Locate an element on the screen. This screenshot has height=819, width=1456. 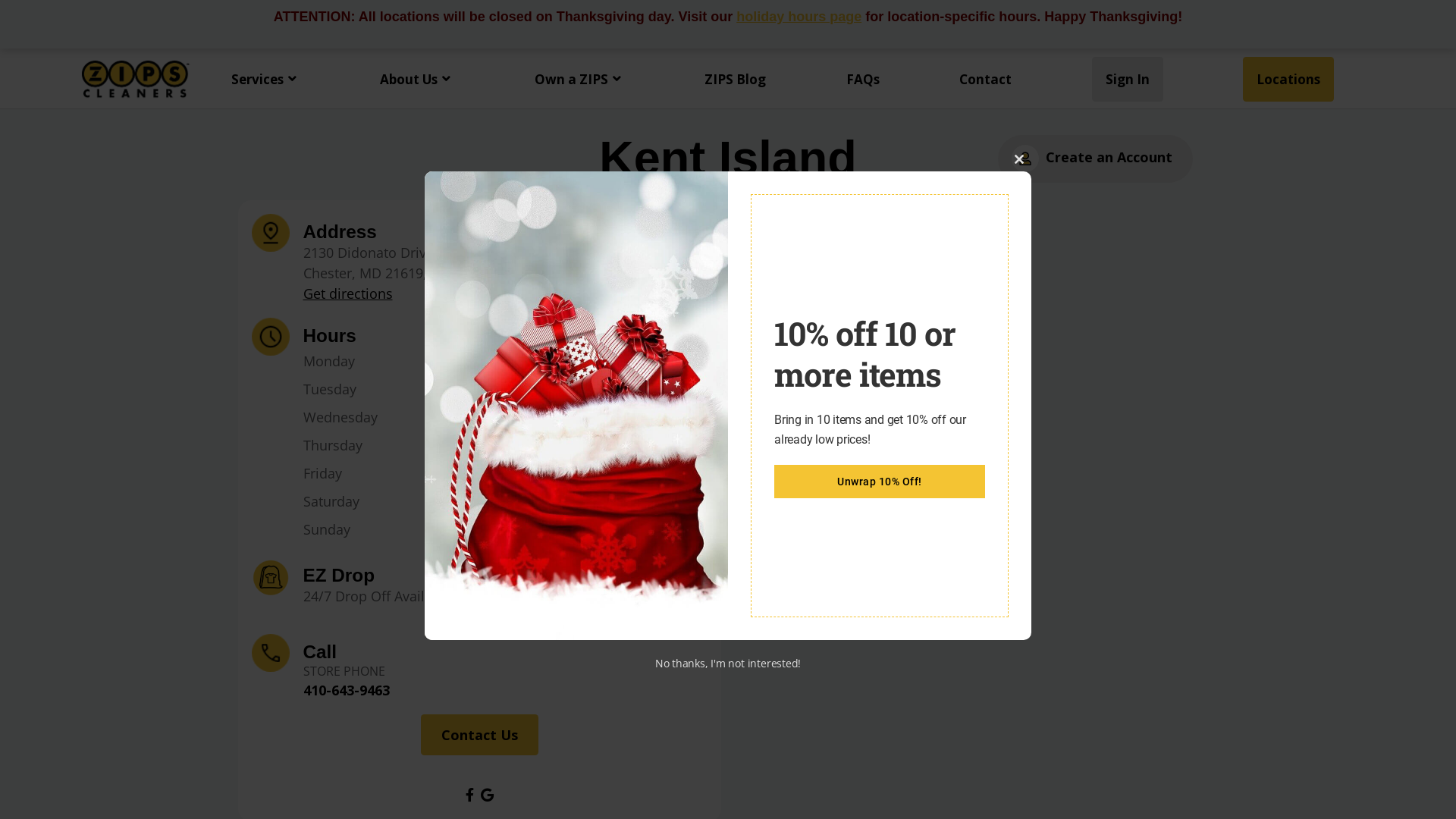
'Own a ZIPS' is located at coordinates (535, 79).